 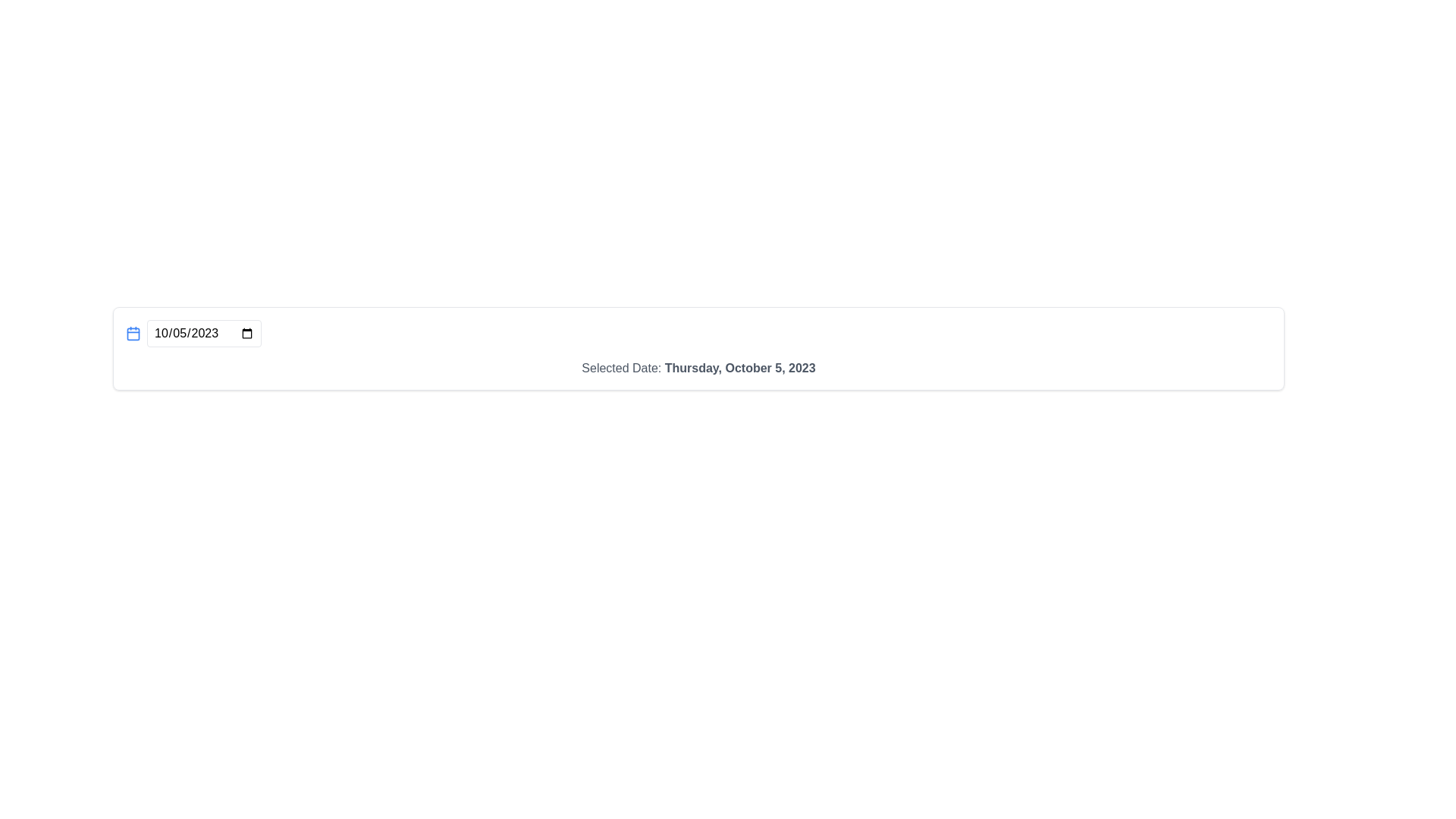 What do you see at coordinates (740, 368) in the screenshot?
I see `the bold text element displaying 'Thursday, October 5, 2023', which is part of the sentence 'Selected Date: Thursday, October 5, 2023'` at bounding box center [740, 368].